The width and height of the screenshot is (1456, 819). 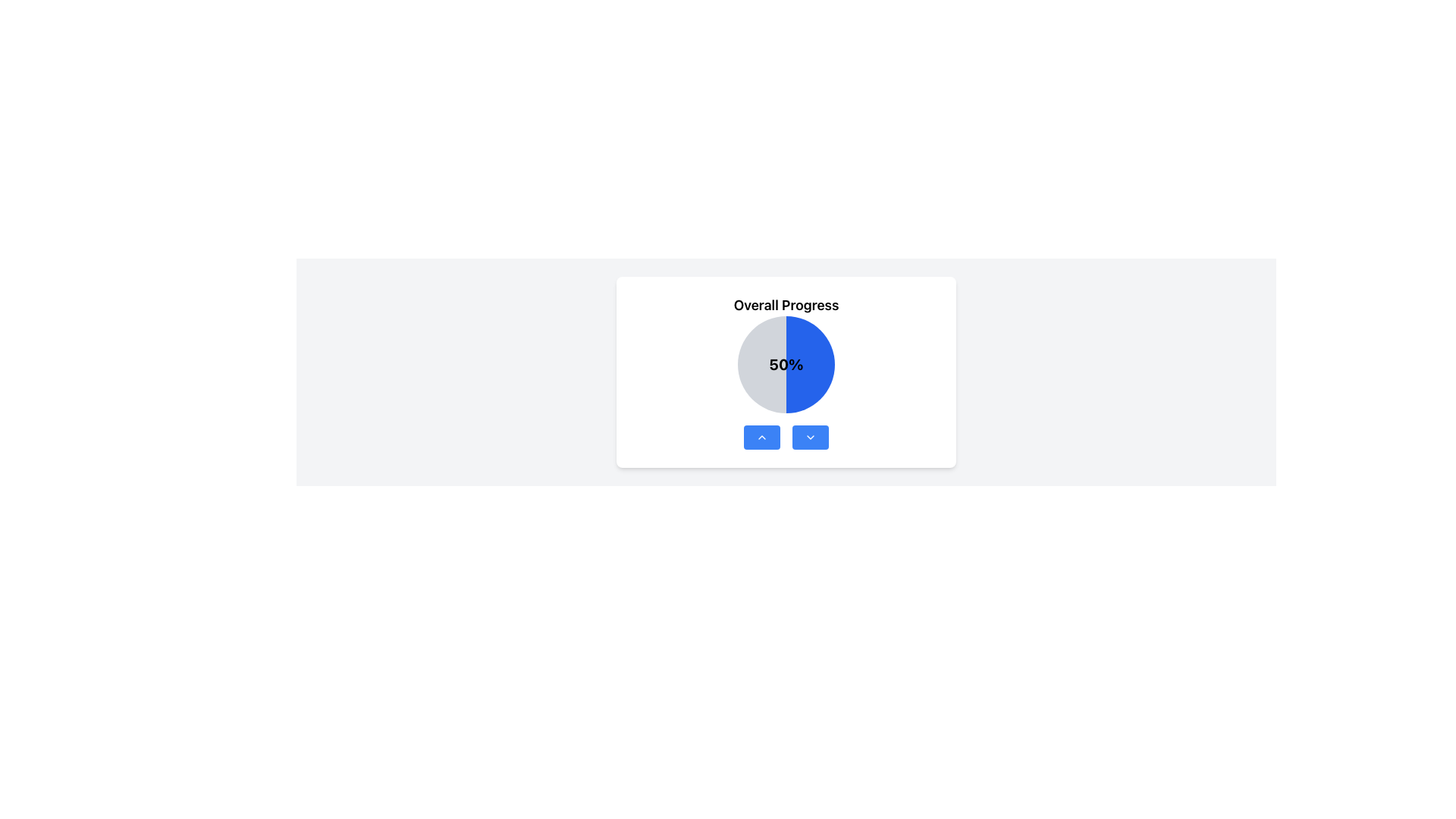 What do you see at coordinates (761, 438) in the screenshot?
I see `the upward-pointing chevron SVG icon, which is centered inside the left blue button below the progress chart` at bounding box center [761, 438].